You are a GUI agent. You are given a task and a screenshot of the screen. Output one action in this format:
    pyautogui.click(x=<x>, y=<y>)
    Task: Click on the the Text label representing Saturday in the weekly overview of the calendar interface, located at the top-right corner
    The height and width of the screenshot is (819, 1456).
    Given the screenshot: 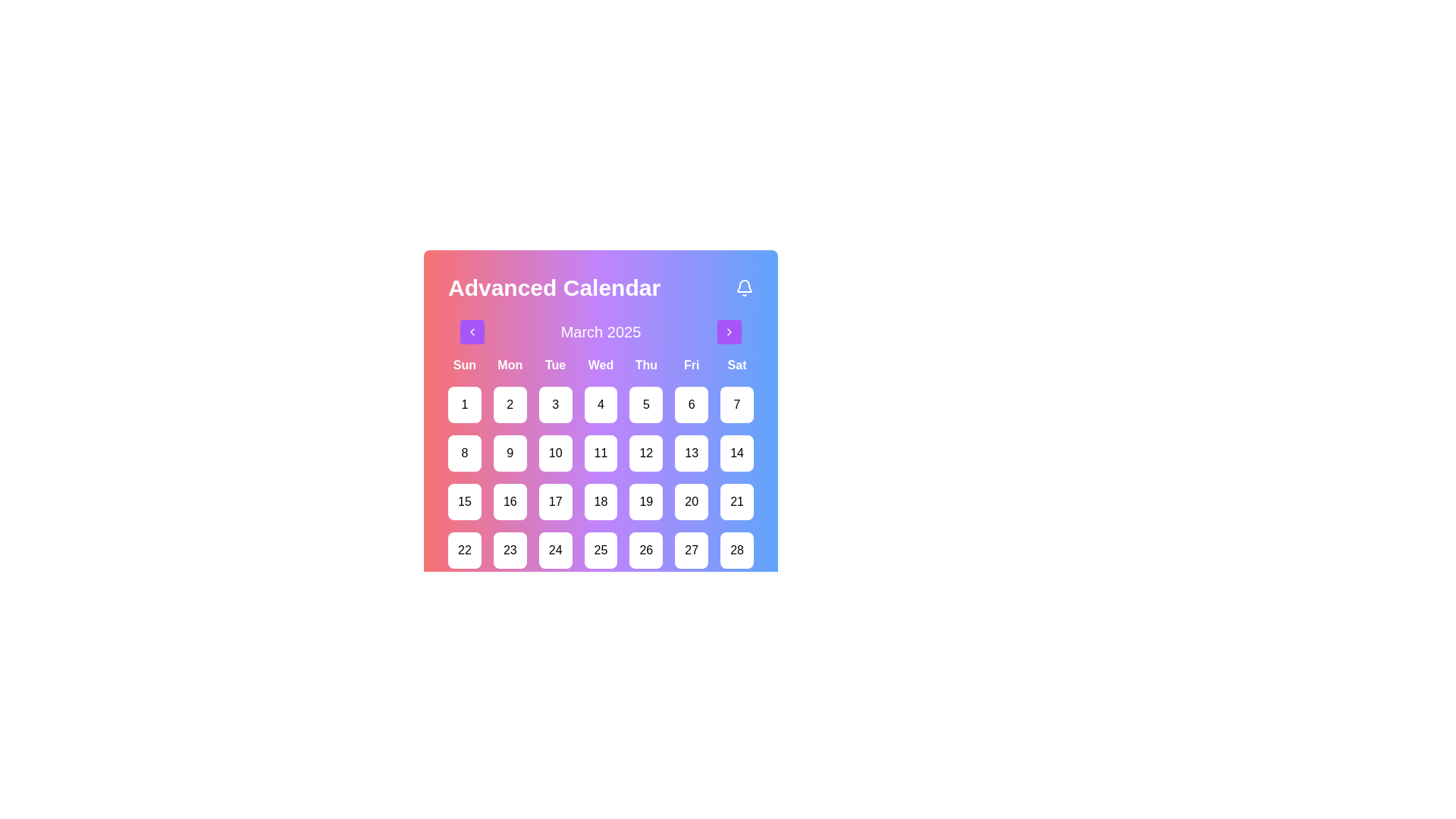 What is the action you would take?
    pyautogui.click(x=737, y=366)
    